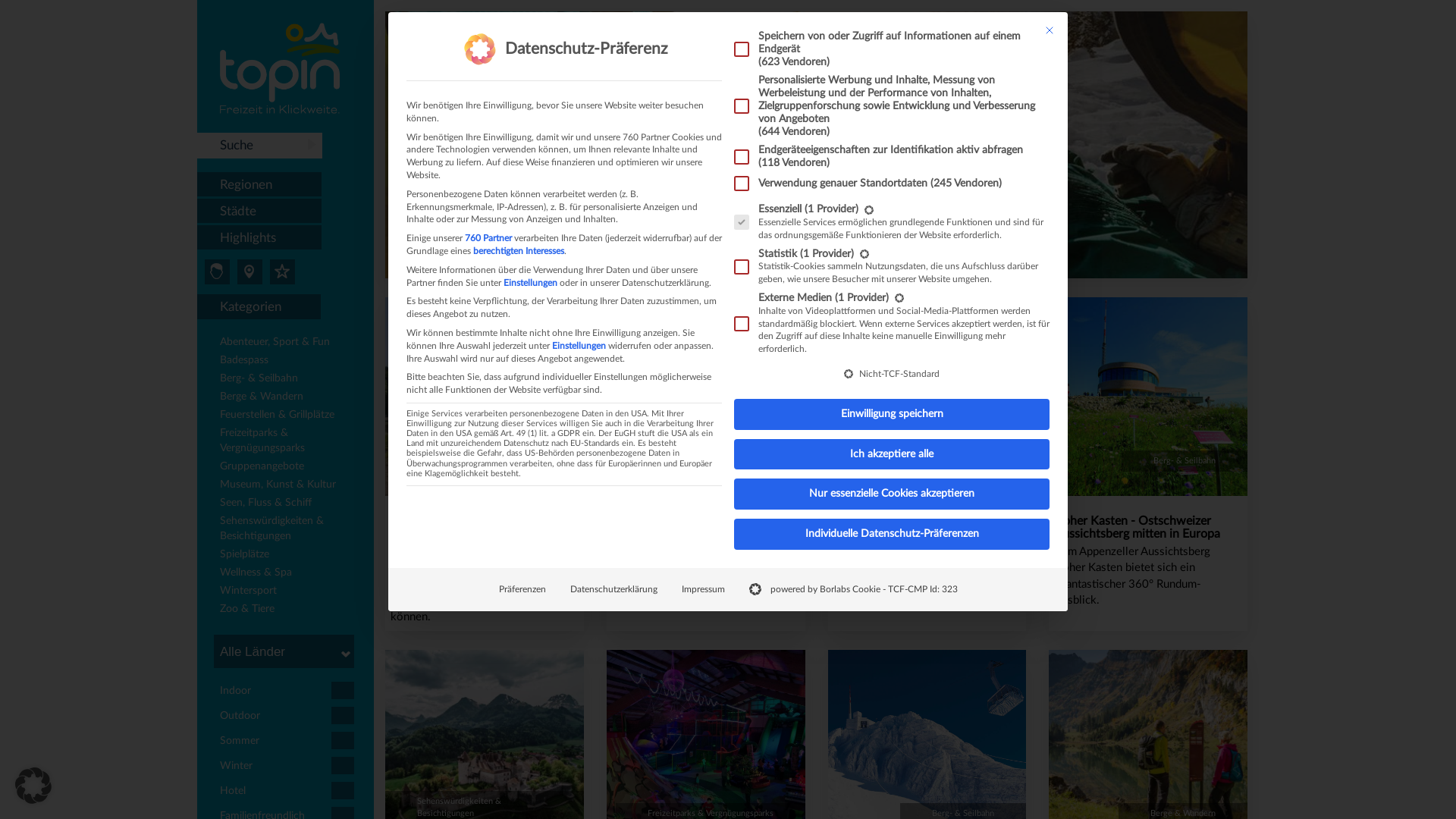 Image resolution: width=1456 pixels, height=819 pixels. What do you see at coordinates (290, 379) in the screenshot?
I see `'Berg- & Seilbahn'` at bounding box center [290, 379].